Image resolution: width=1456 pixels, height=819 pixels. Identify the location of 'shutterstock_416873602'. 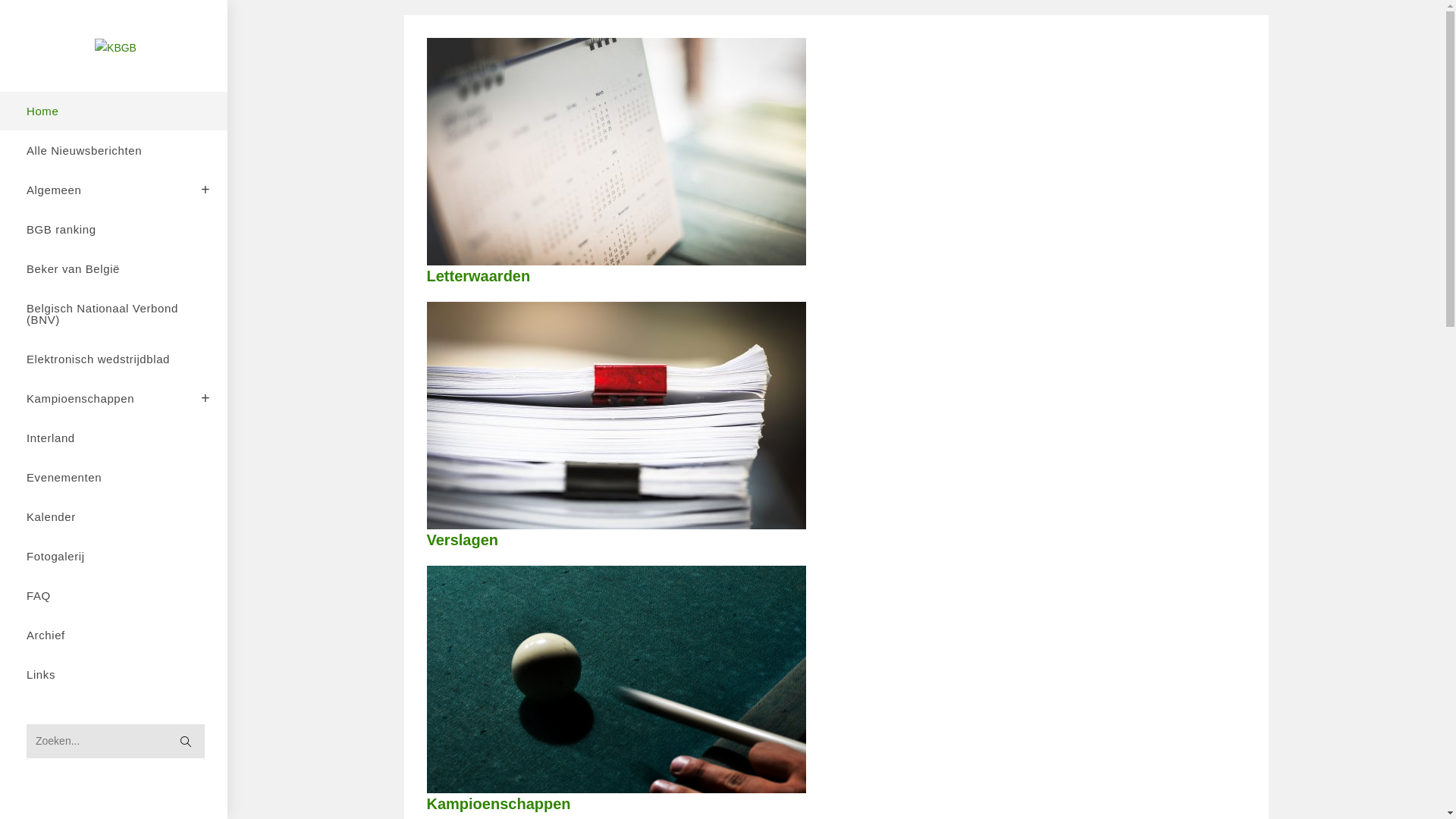
(615, 415).